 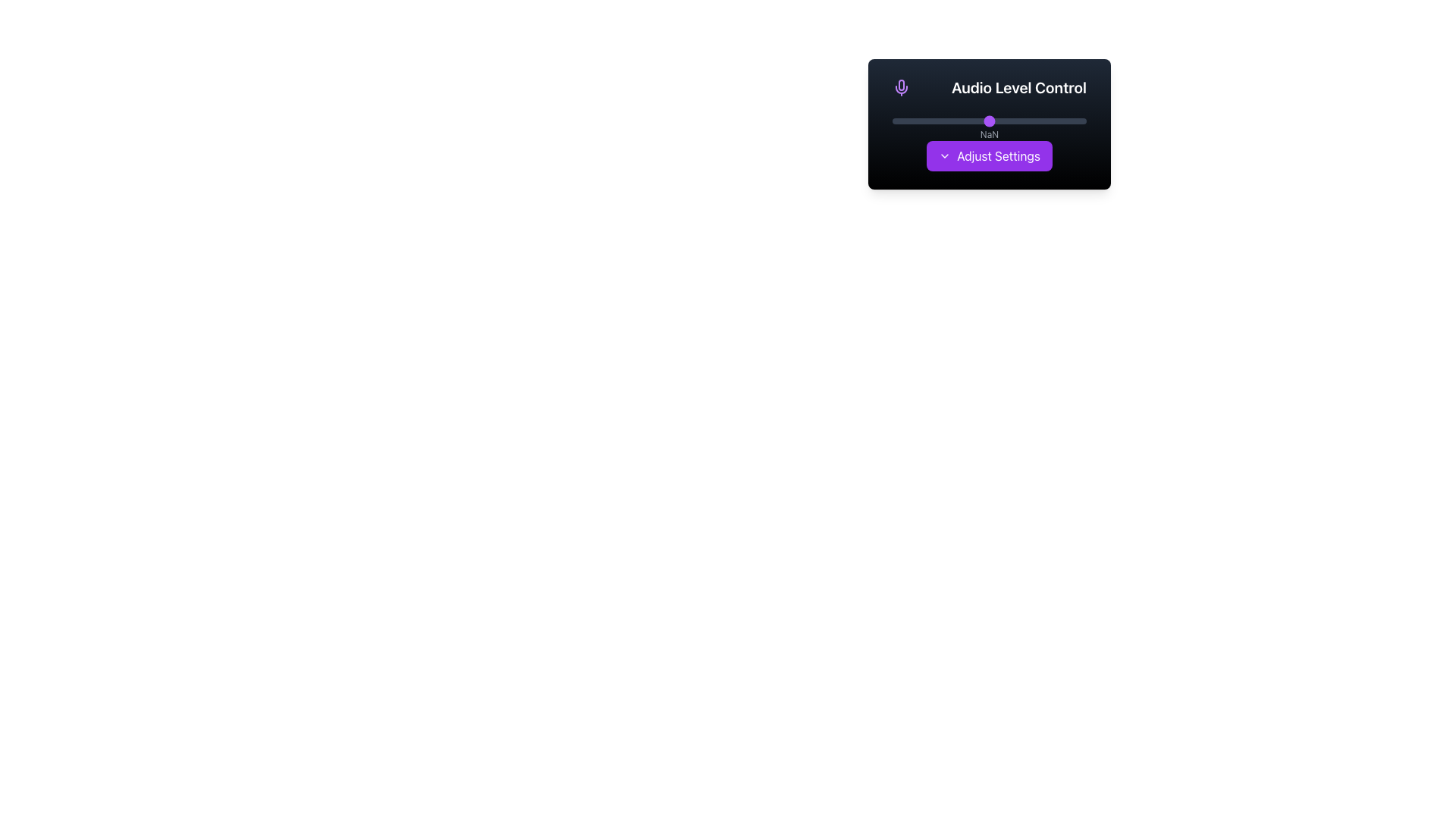 I want to click on the small, dark-colored microphone icon with a purple tint located in the top-left part of the 'Audio Level Control' card, so click(x=902, y=85).